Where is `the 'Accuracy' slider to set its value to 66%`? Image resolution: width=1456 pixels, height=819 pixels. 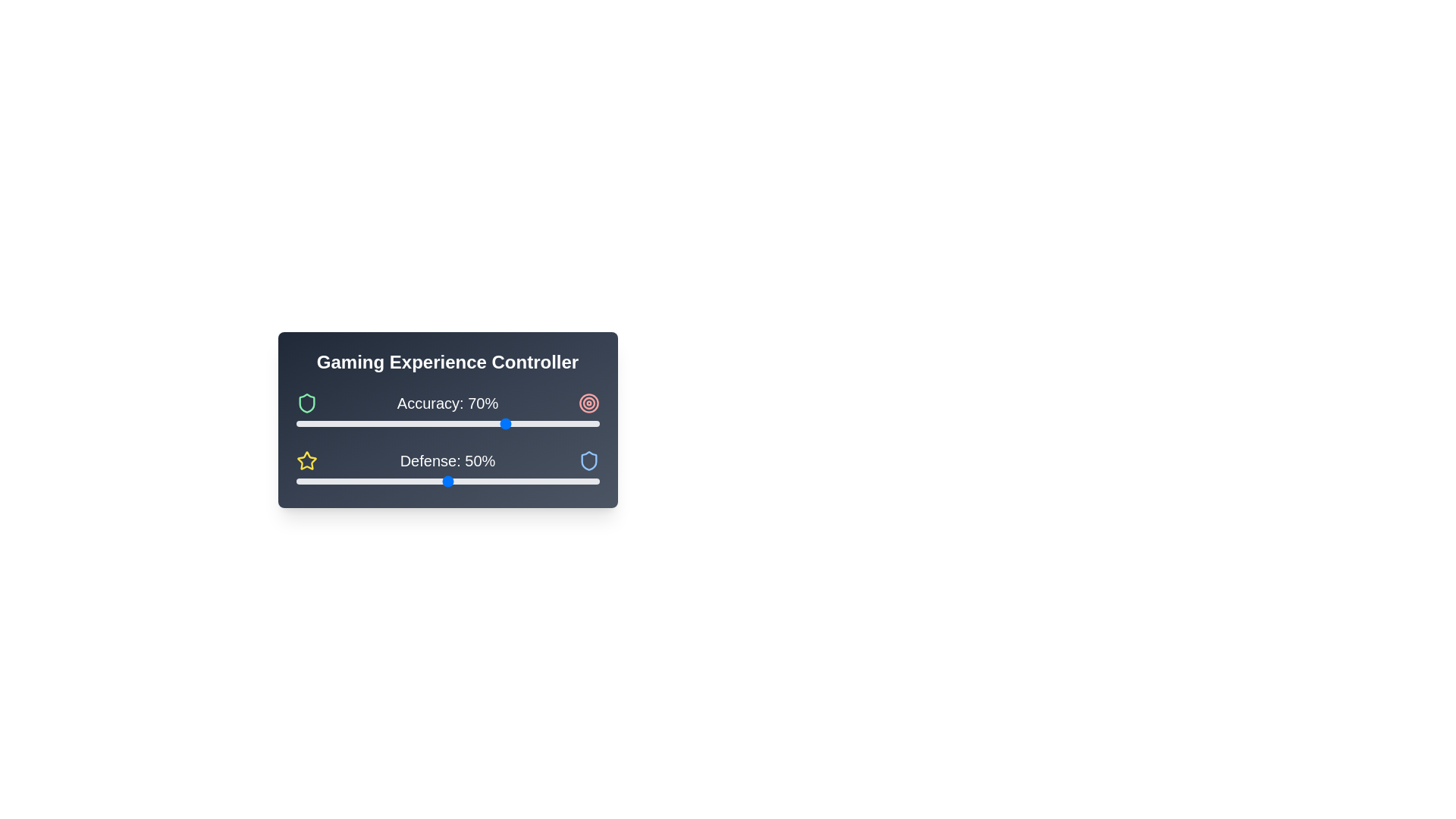 the 'Accuracy' slider to set its value to 66% is located at coordinates (496, 424).